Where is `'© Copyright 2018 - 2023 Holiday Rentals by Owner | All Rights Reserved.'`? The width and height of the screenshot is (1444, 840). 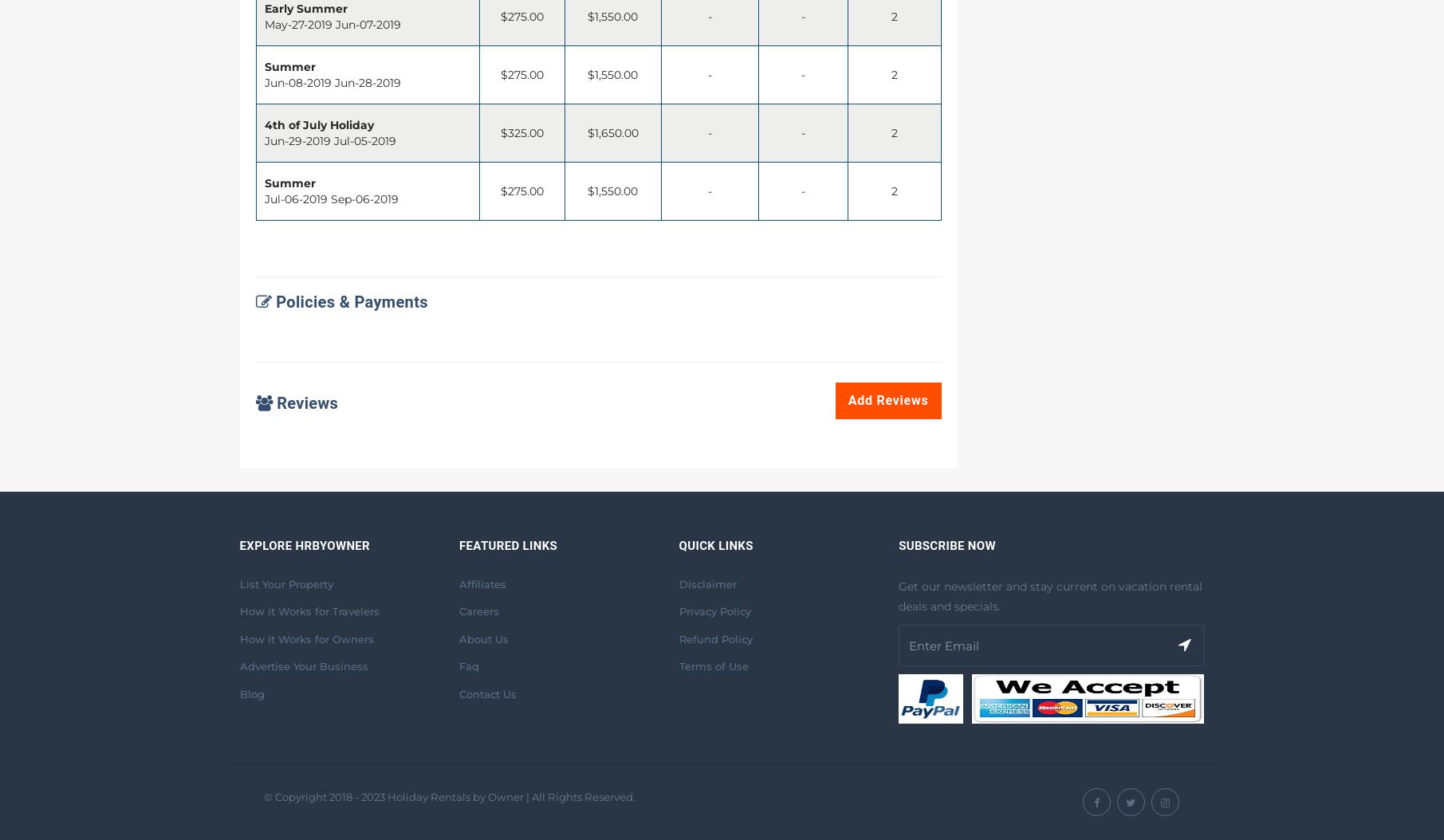
'© Copyright 2018 - 2023 Holiday Rentals by Owner | All Rights Reserved.' is located at coordinates (448, 797).